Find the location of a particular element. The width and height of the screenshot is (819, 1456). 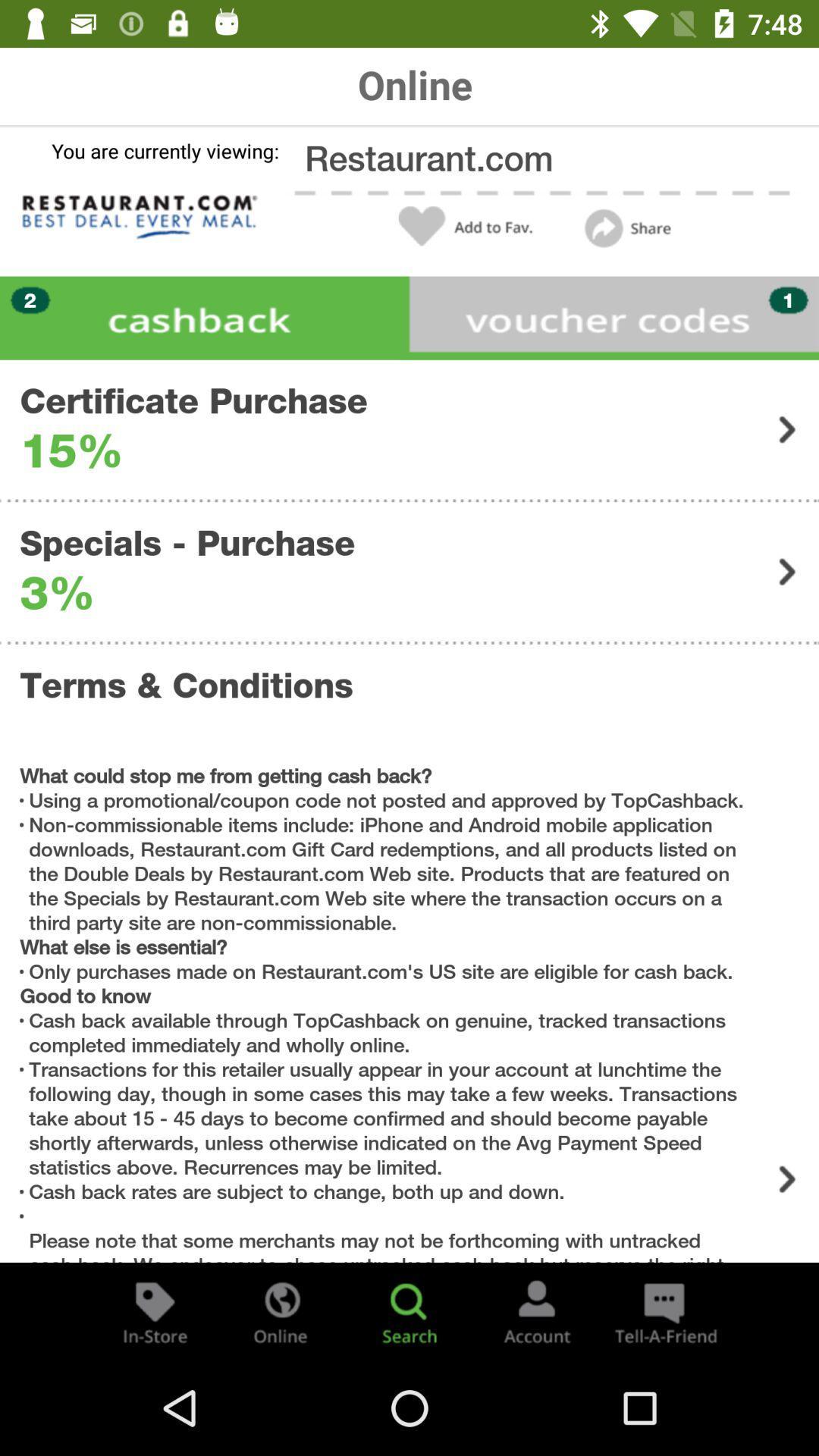

the chat icon is located at coordinates (663, 1310).